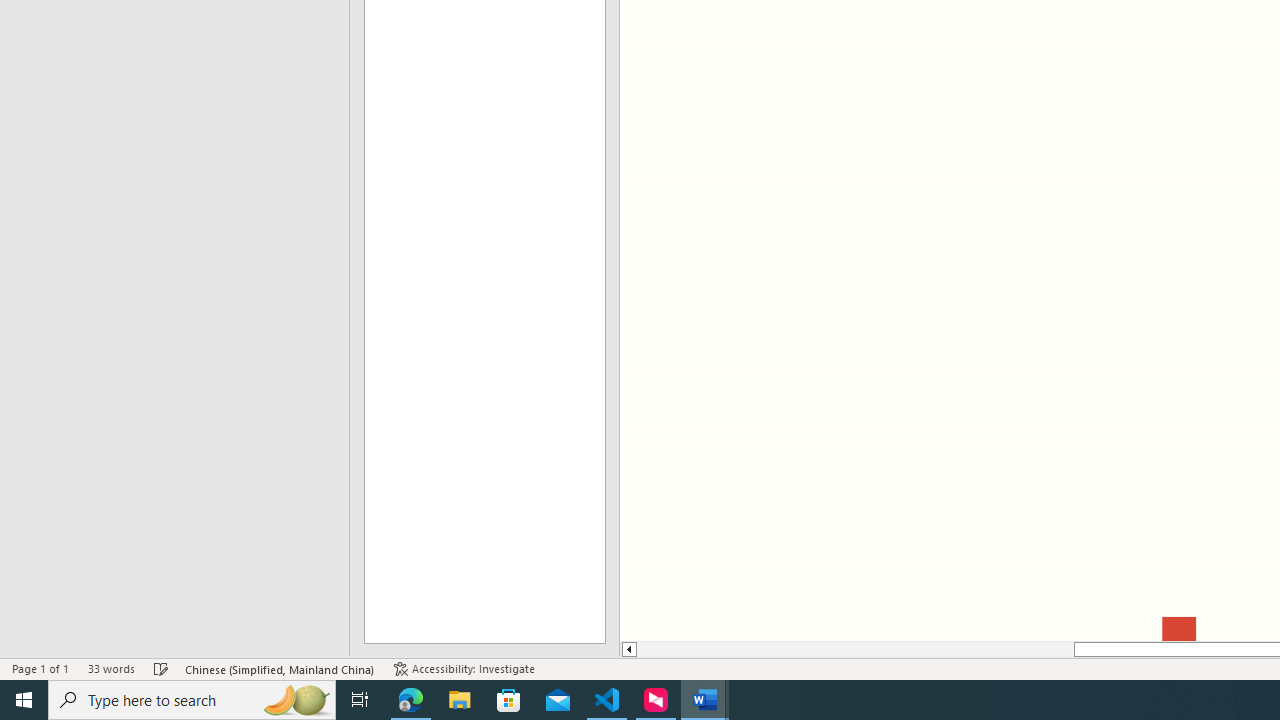 The image size is (1280, 720). Describe the element at coordinates (627, 649) in the screenshot. I see `'Column left'` at that location.